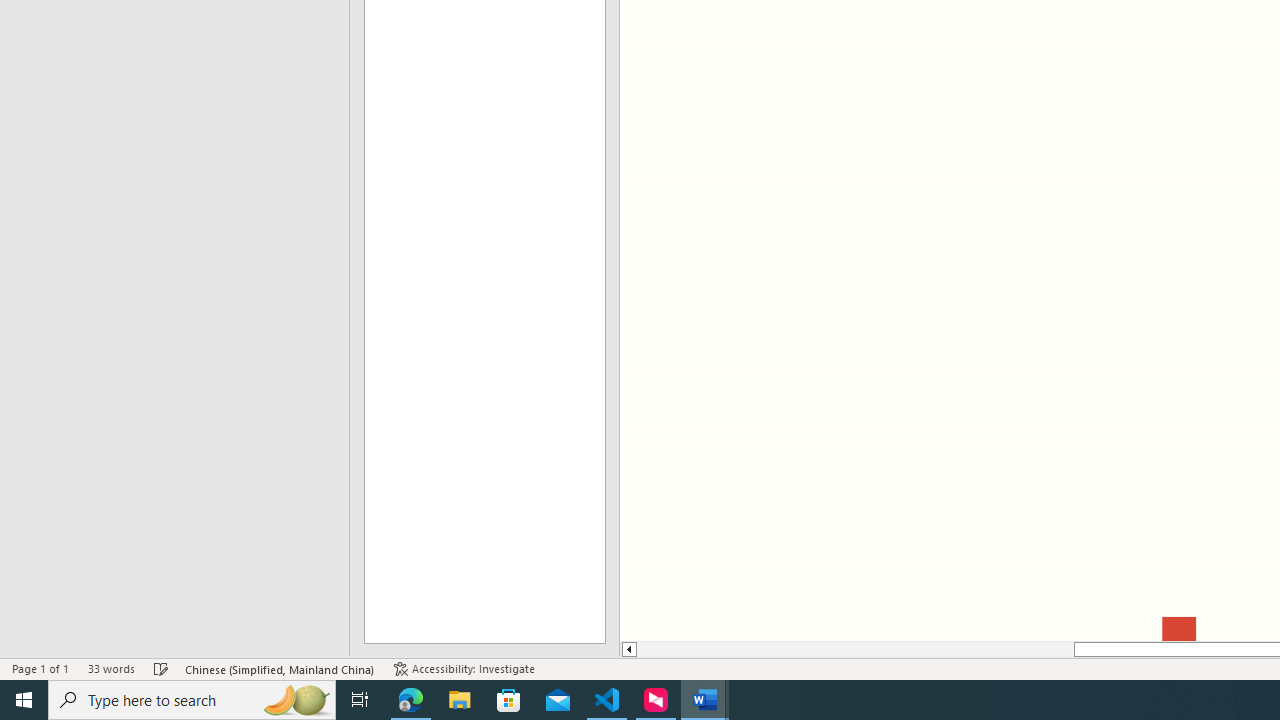 The image size is (1280, 720). Describe the element at coordinates (627, 649) in the screenshot. I see `'Column left'` at that location.